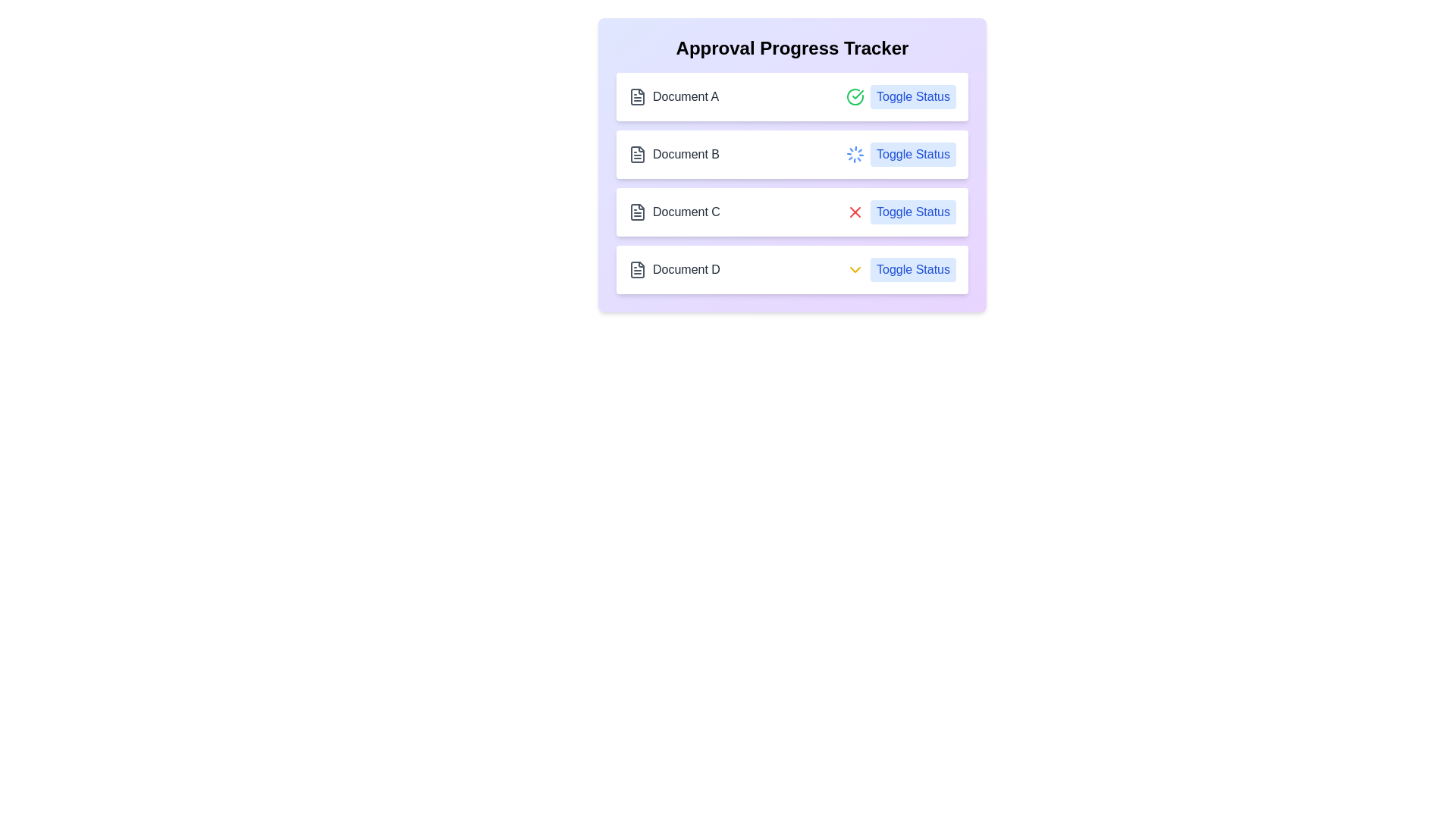 Image resolution: width=1456 pixels, height=819 pixels. What do you see at coordinates (673, 212) in the screenshot?
I see `the static text label indicating the name or title of the document in the third row of the 'Approval Progress Tracker' interface, located between 'Document B' and 'Document D'` at bounding box center [673, 212].